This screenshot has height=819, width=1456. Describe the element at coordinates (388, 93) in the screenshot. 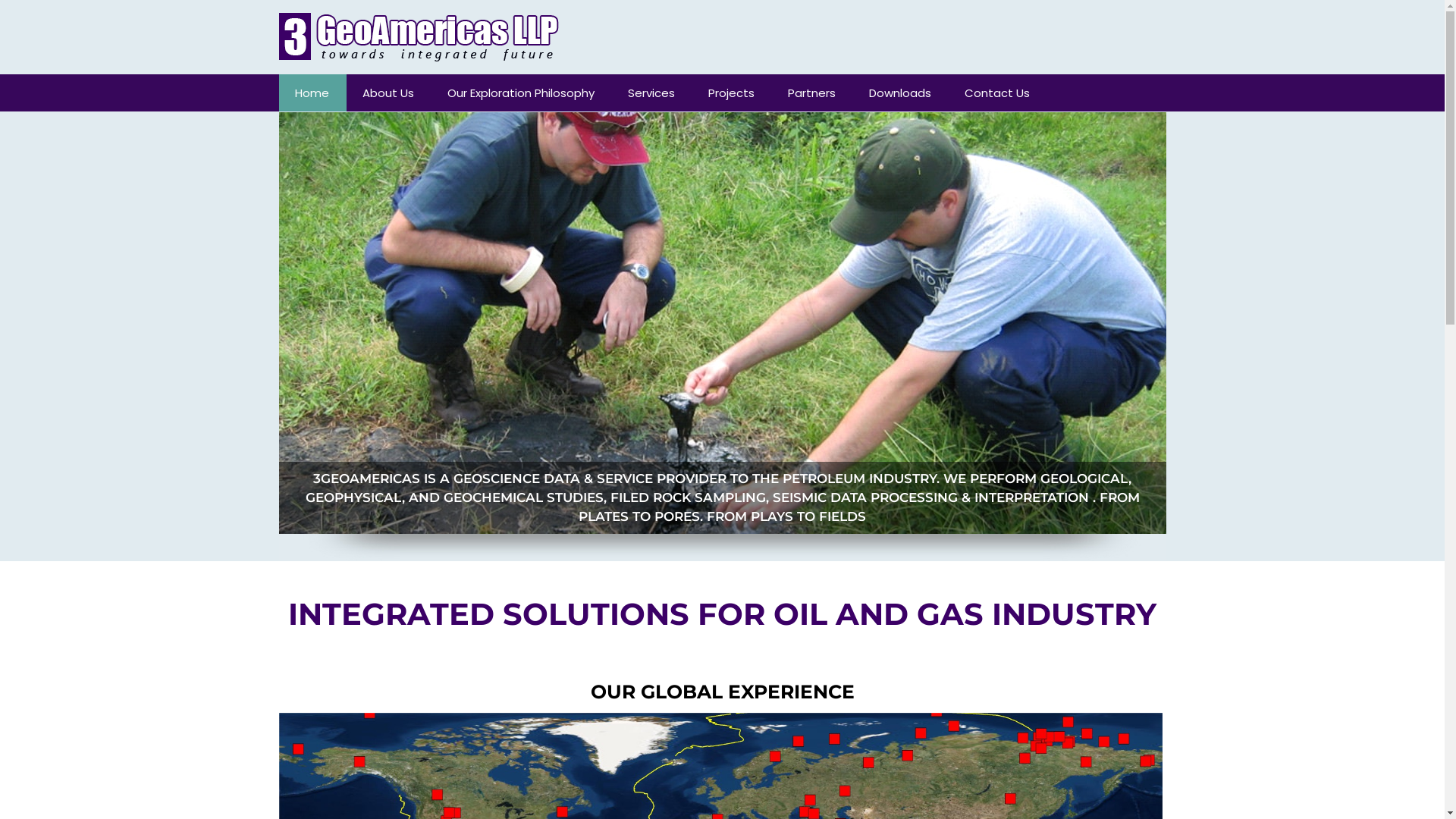

I see `'About Us'` at that location.